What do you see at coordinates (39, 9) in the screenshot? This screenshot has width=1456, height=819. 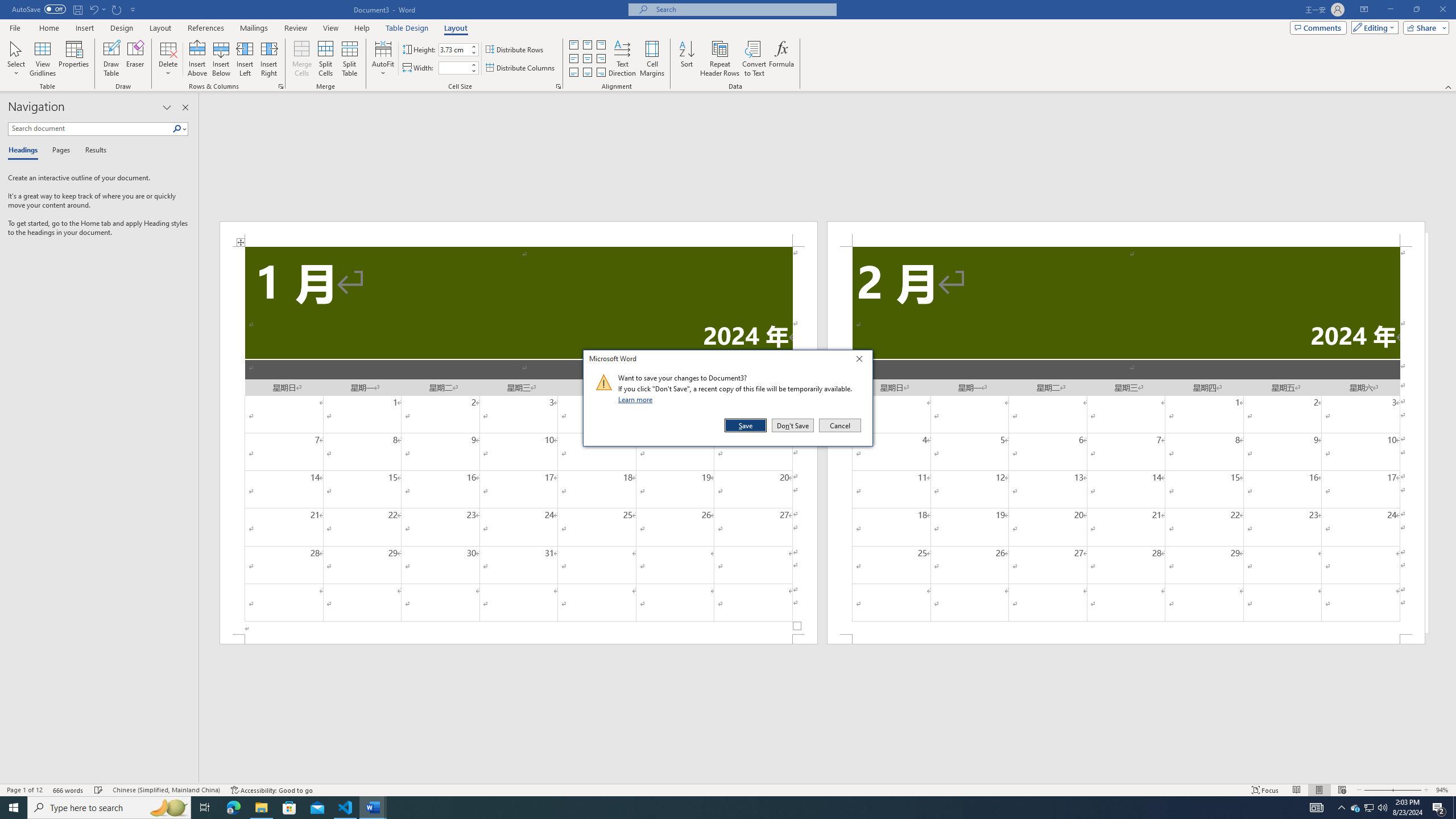 I see `'AutoSave'` at bounding box center [39, 9].